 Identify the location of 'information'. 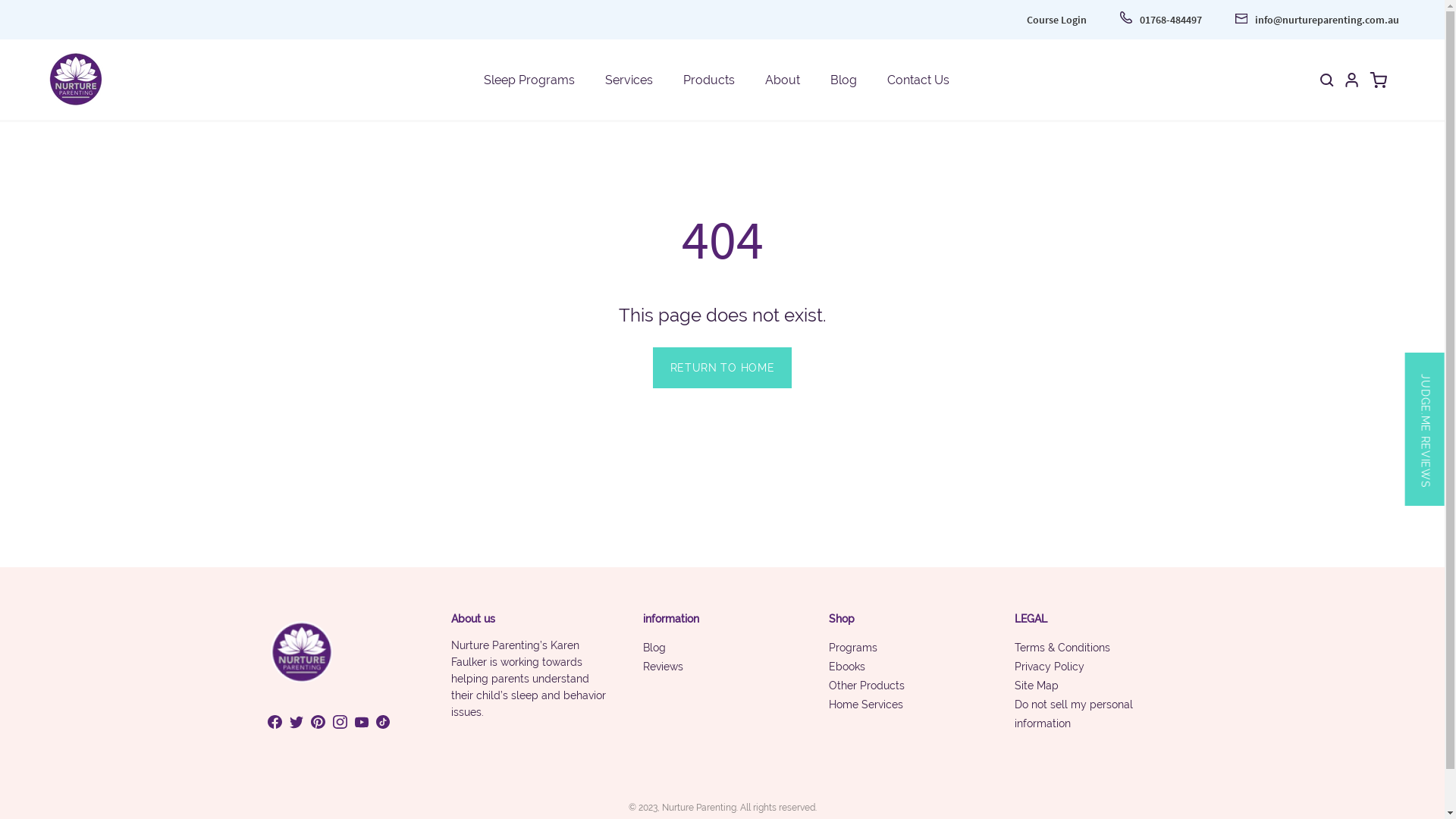
(670, 620).